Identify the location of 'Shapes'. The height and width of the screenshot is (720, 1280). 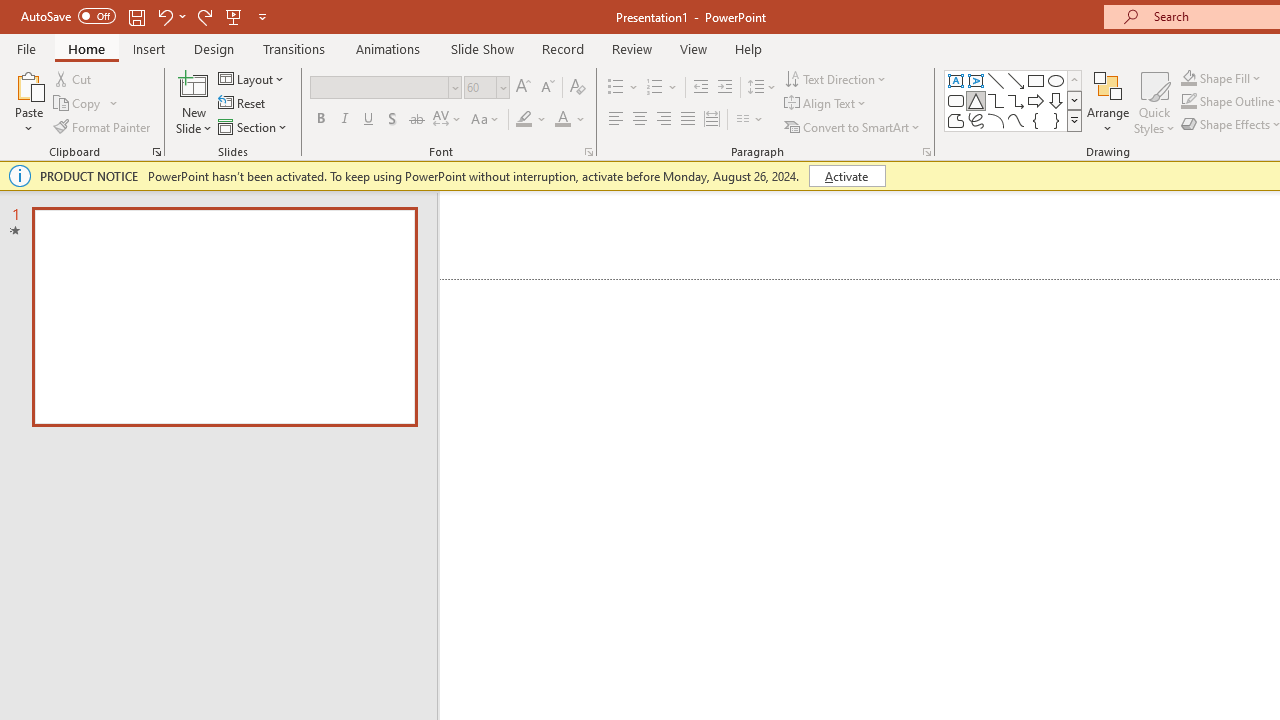
(1073, 120).